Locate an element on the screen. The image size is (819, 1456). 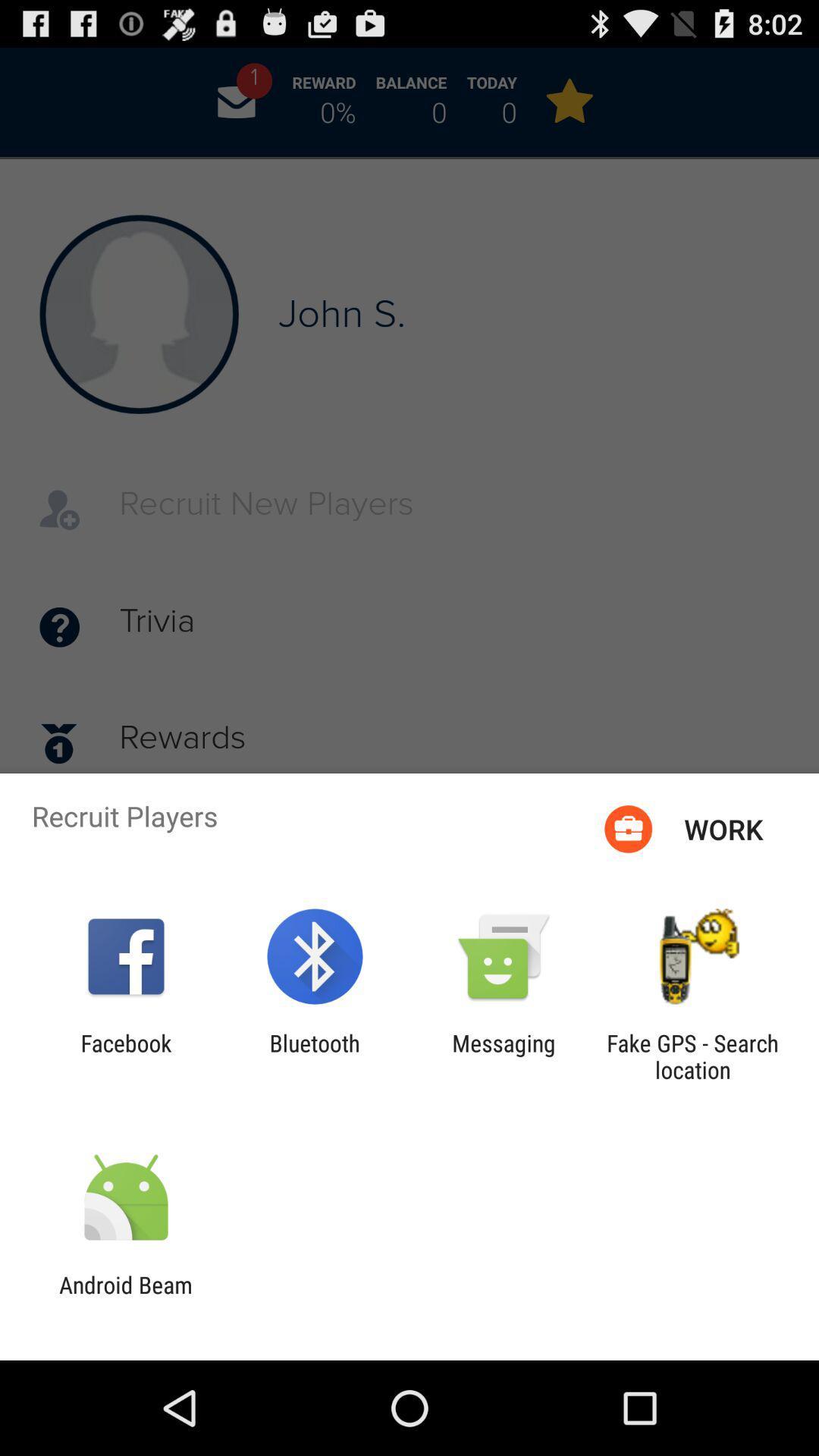
item next to messaging icon is located at coordinates (314, 1056).